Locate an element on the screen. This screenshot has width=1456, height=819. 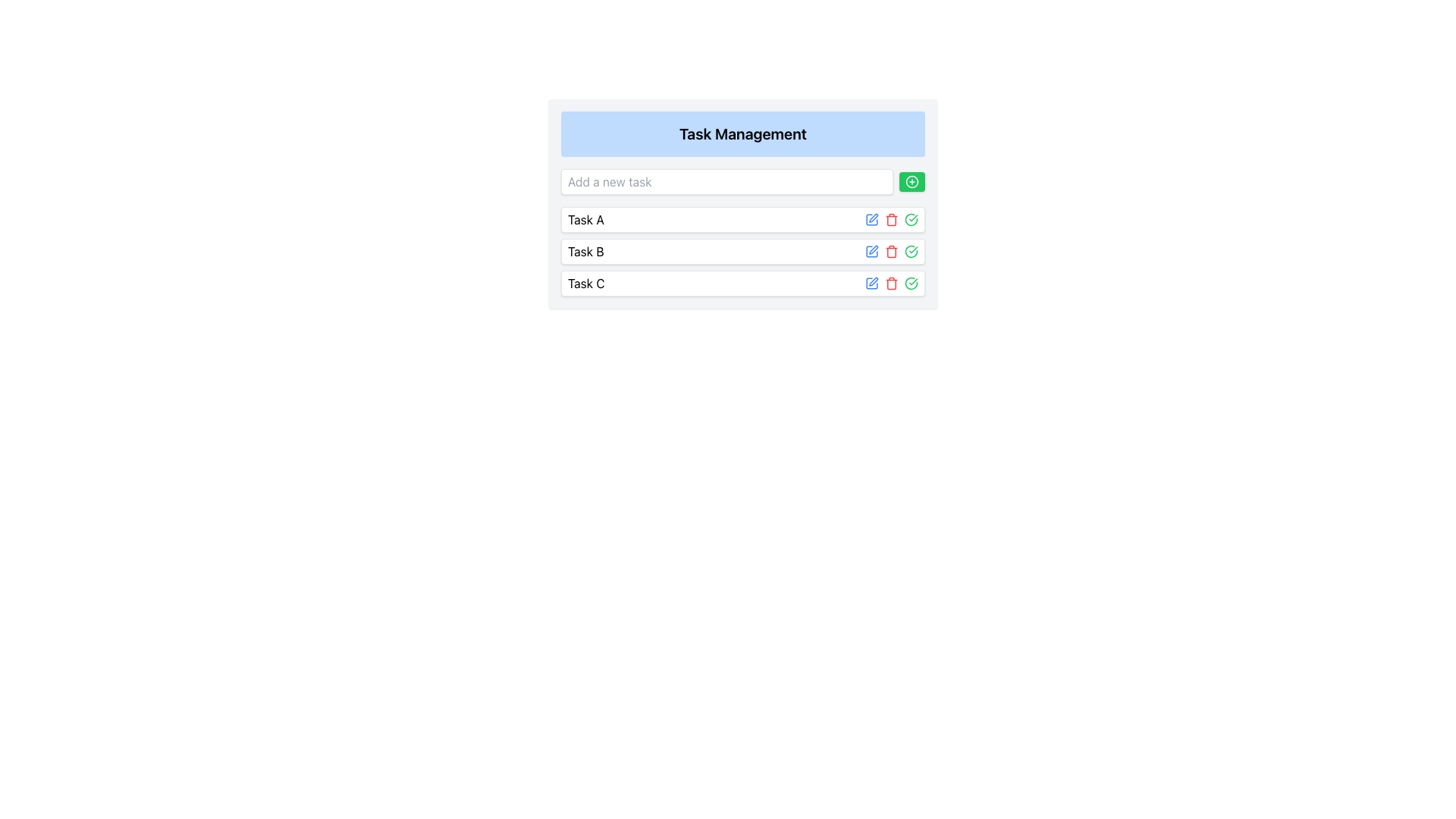
the pen-like icon within the bordered square in the action icons group of 'Task B' on the task manager interface is located at coordinates (874, 249).